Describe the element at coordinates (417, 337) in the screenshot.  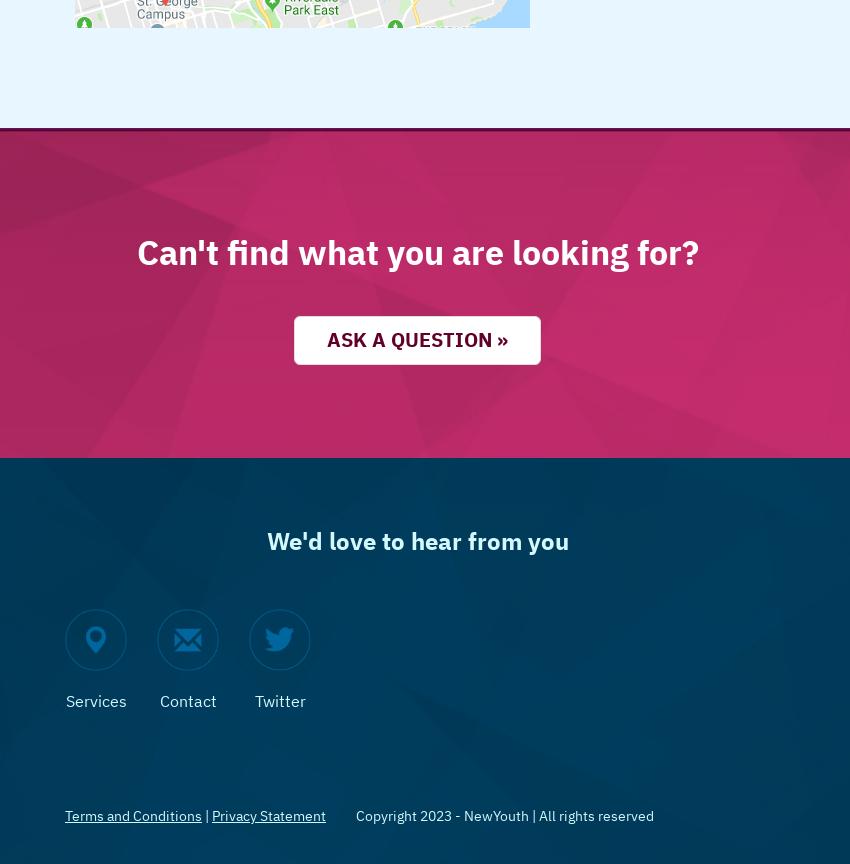
I see `'Ask a question »'` at that location.